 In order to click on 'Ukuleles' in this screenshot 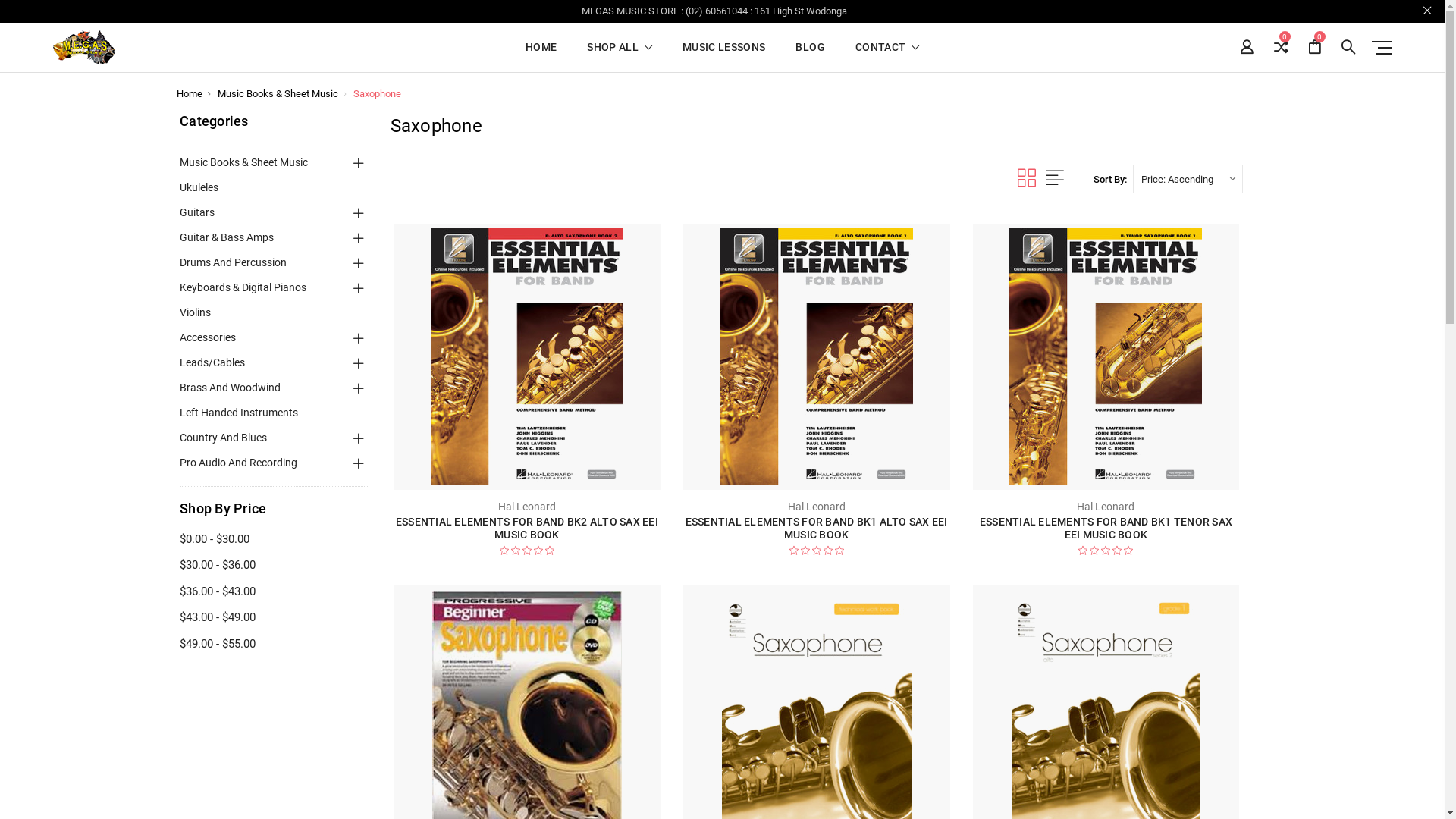, I will do `click(198, 186)`.